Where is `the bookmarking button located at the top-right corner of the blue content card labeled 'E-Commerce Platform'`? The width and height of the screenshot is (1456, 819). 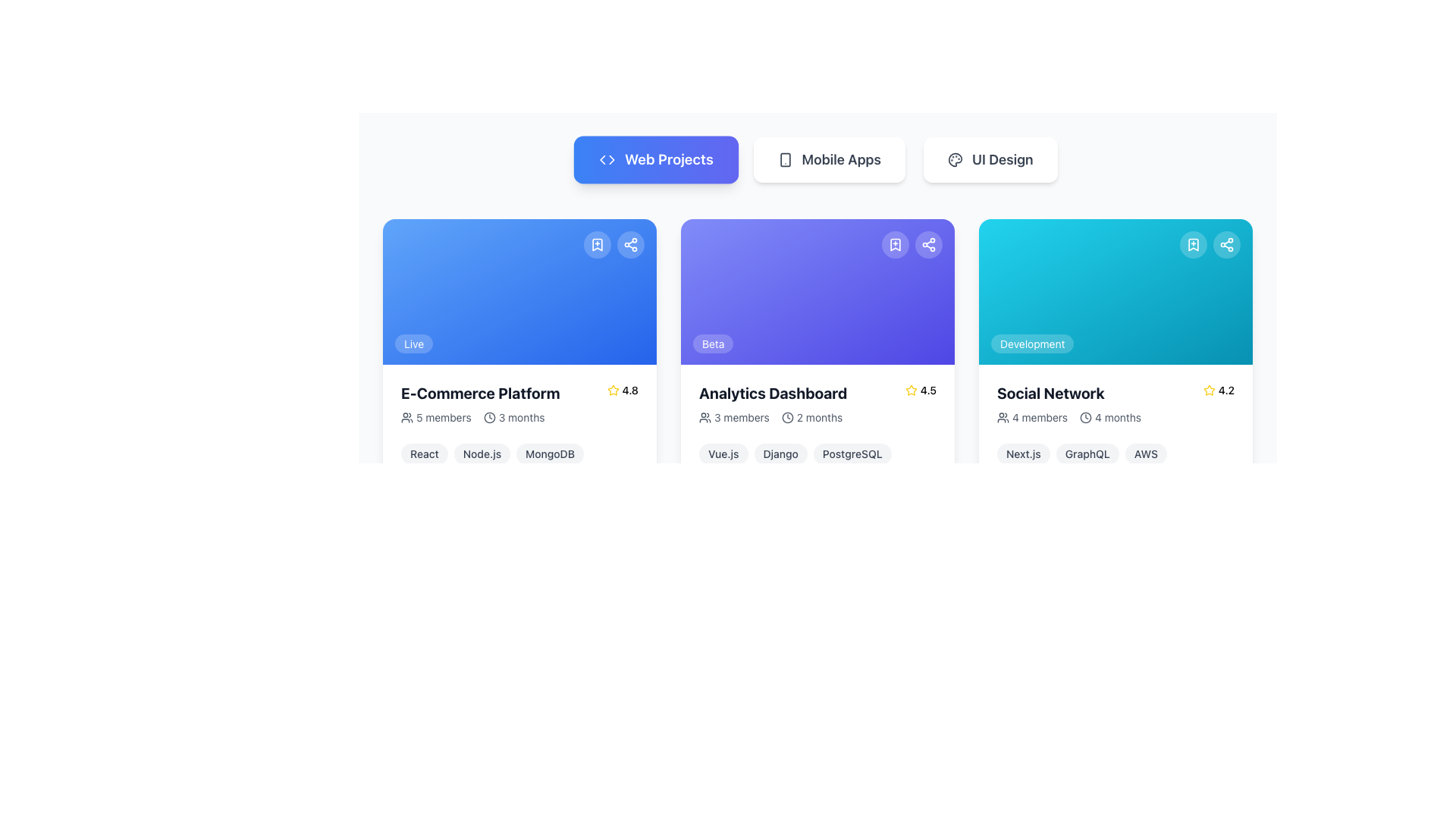
the bookmarking button located at the top-right corner of the blue content card labeled 'E-Commerce Platform' is located at coordinates (596, 244).